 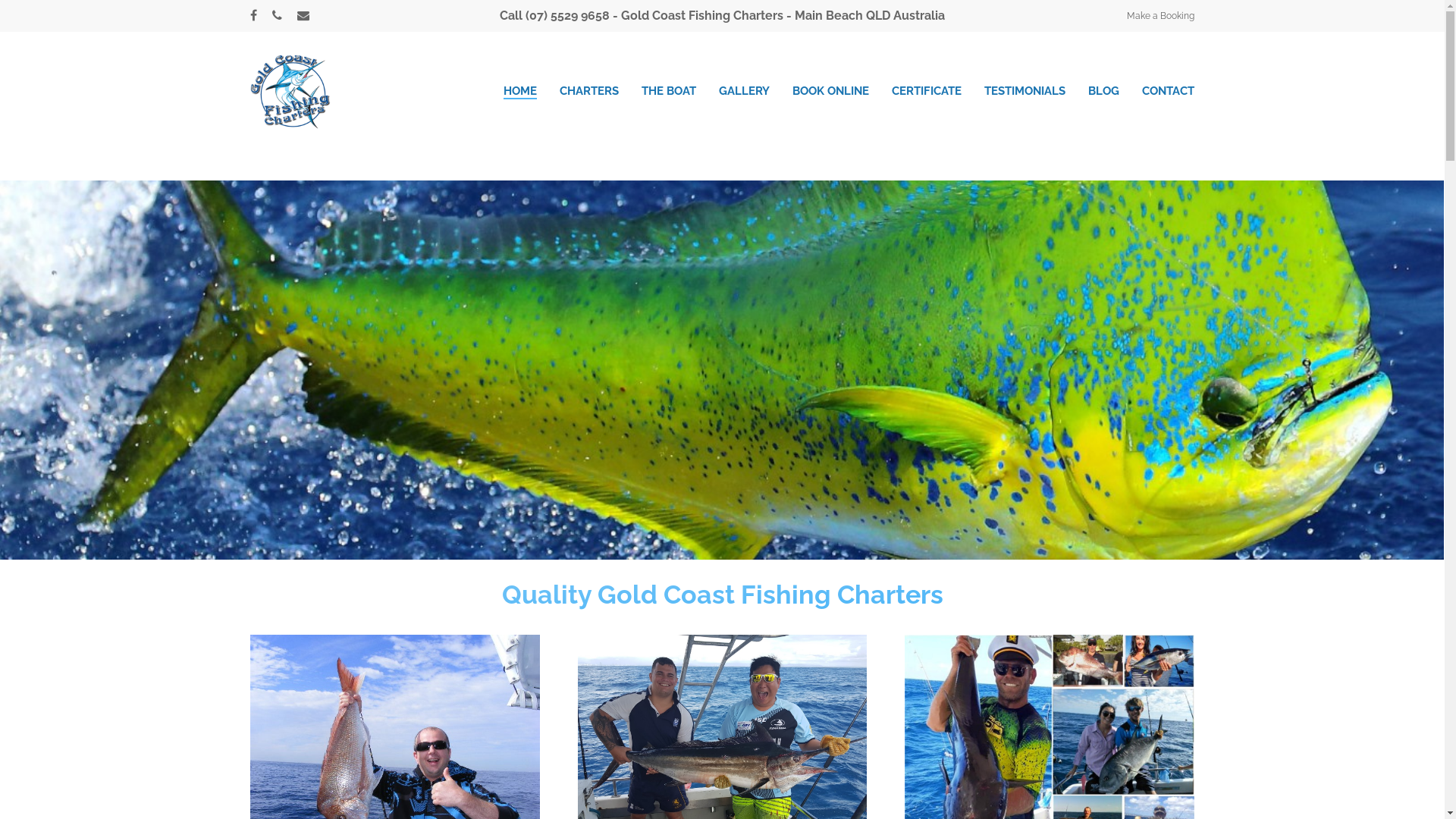 I want to click on 'CHARTERS', so click(x=588, y=90).